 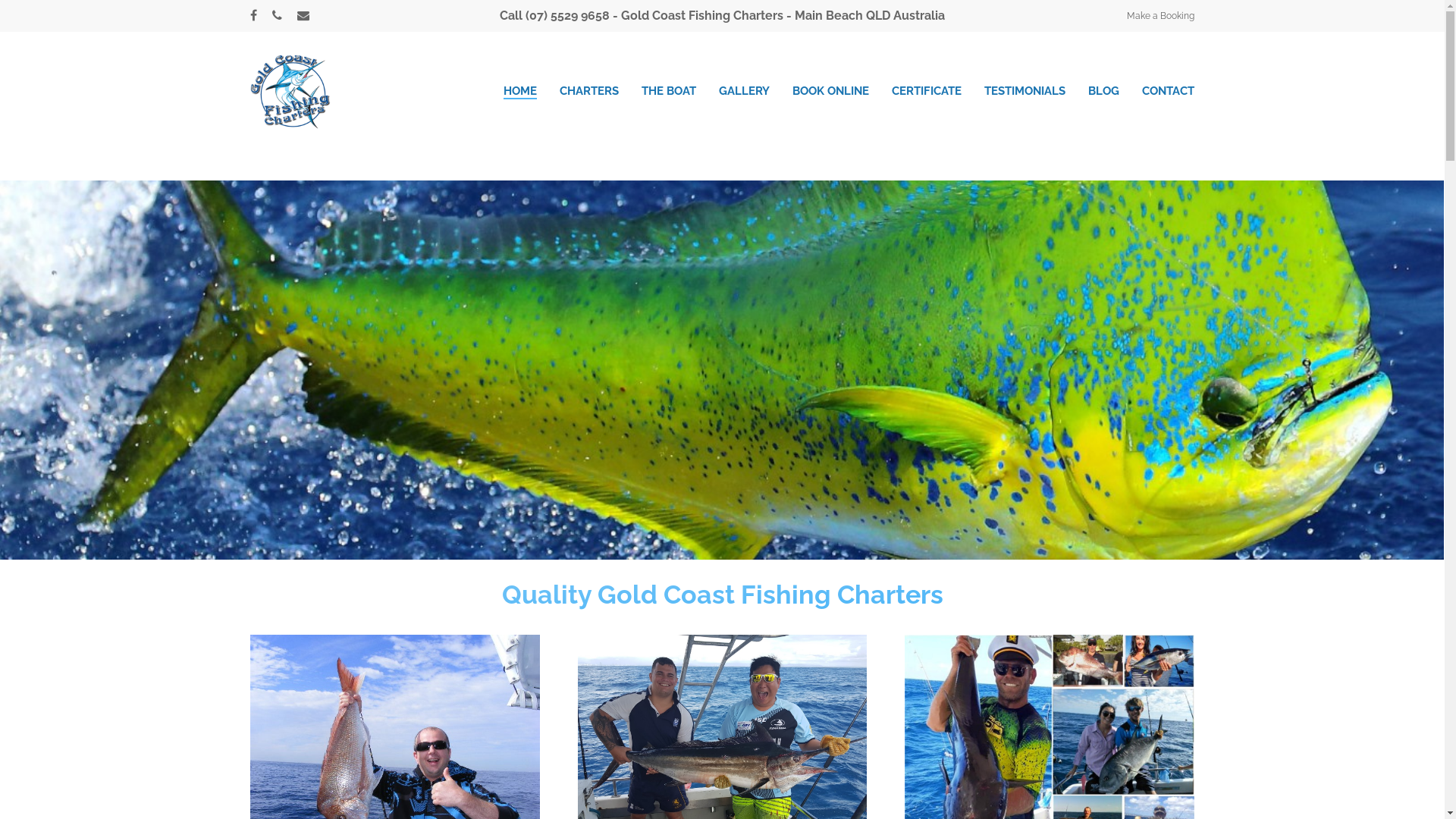 I want to click on 'CHARTERS', so click(x=588, y=90).